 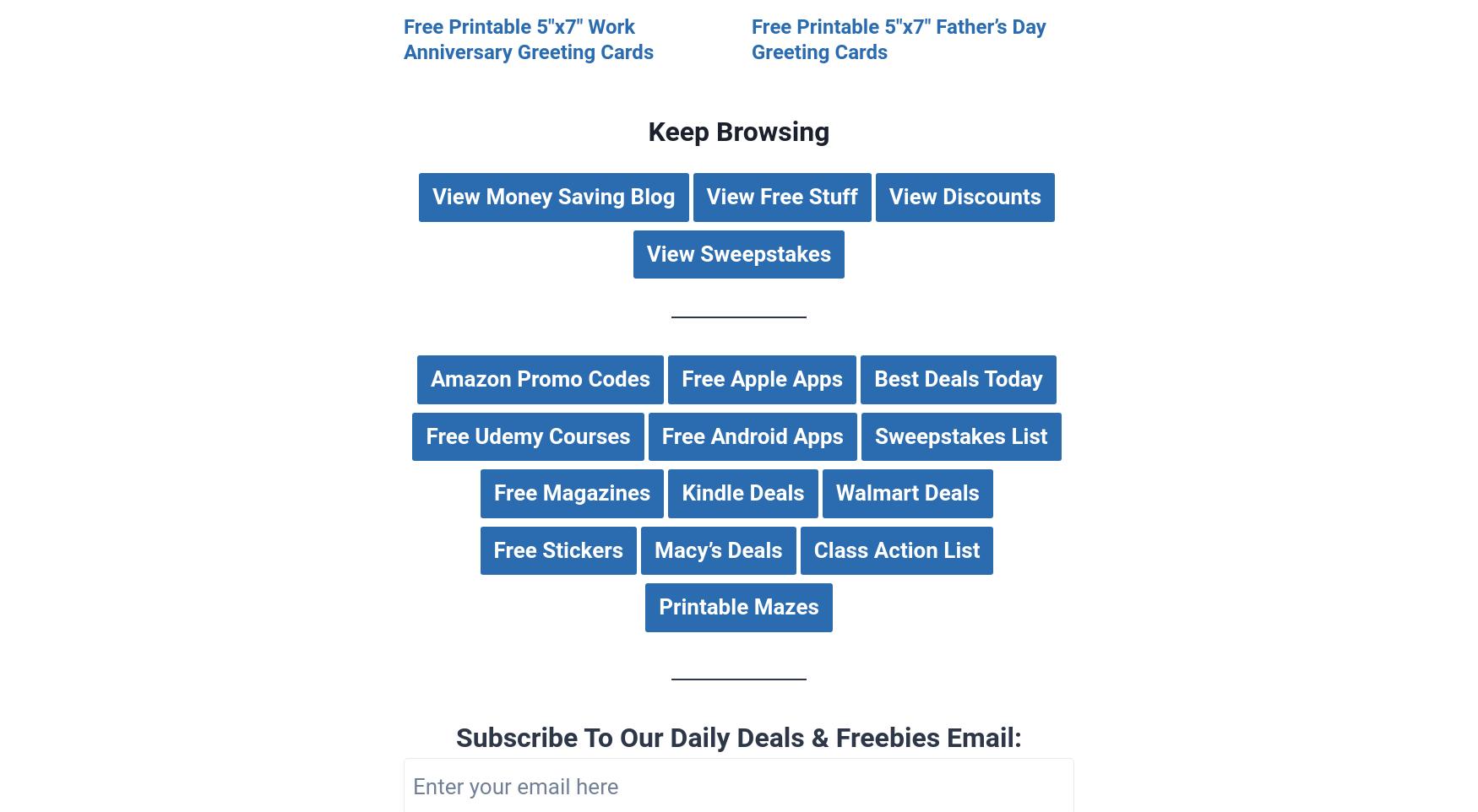 I want to click on 'Walmart Deals', so click(x=906, y=492).